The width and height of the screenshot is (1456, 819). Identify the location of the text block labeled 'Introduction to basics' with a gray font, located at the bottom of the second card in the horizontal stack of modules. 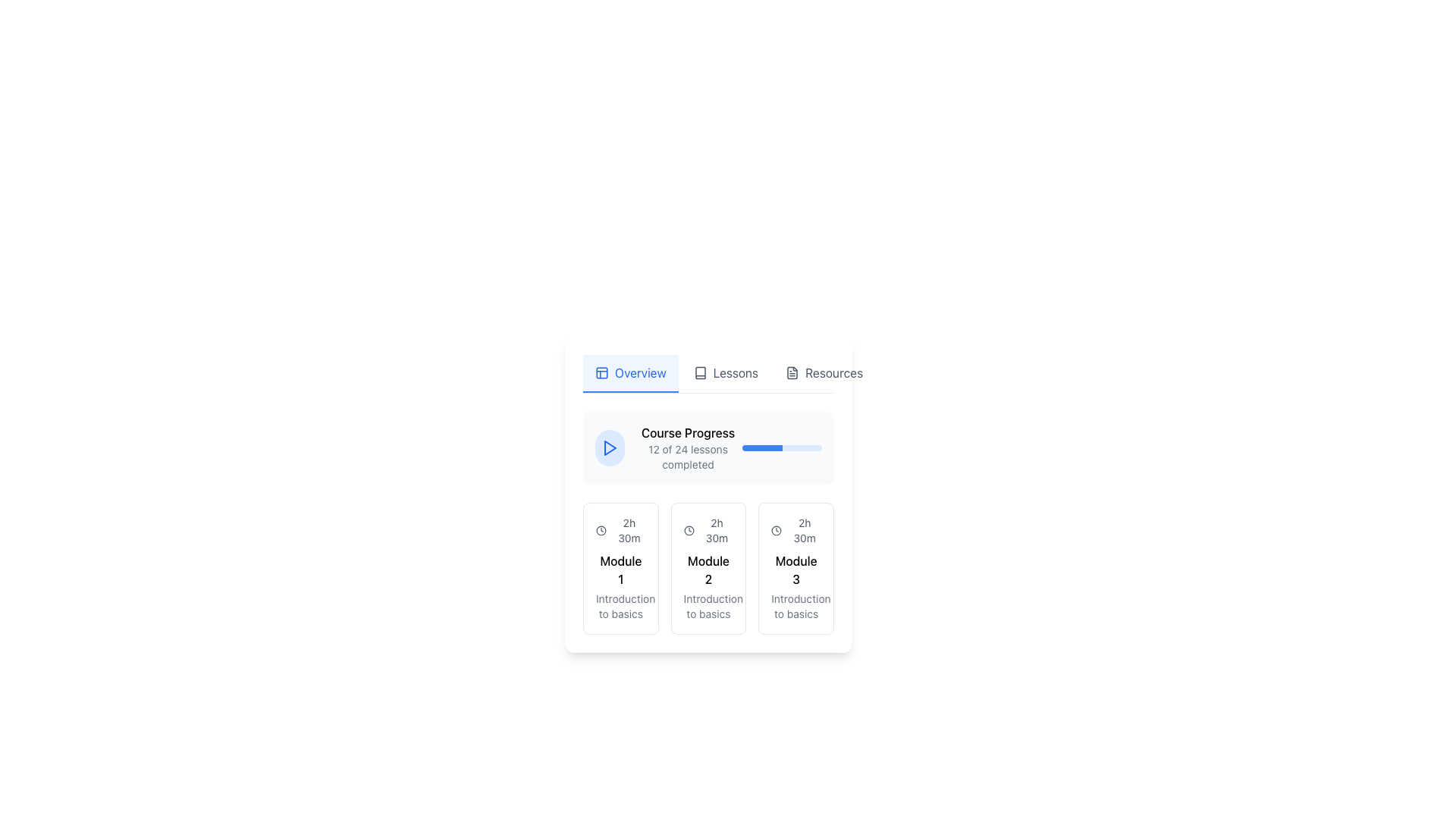
(708, 605).